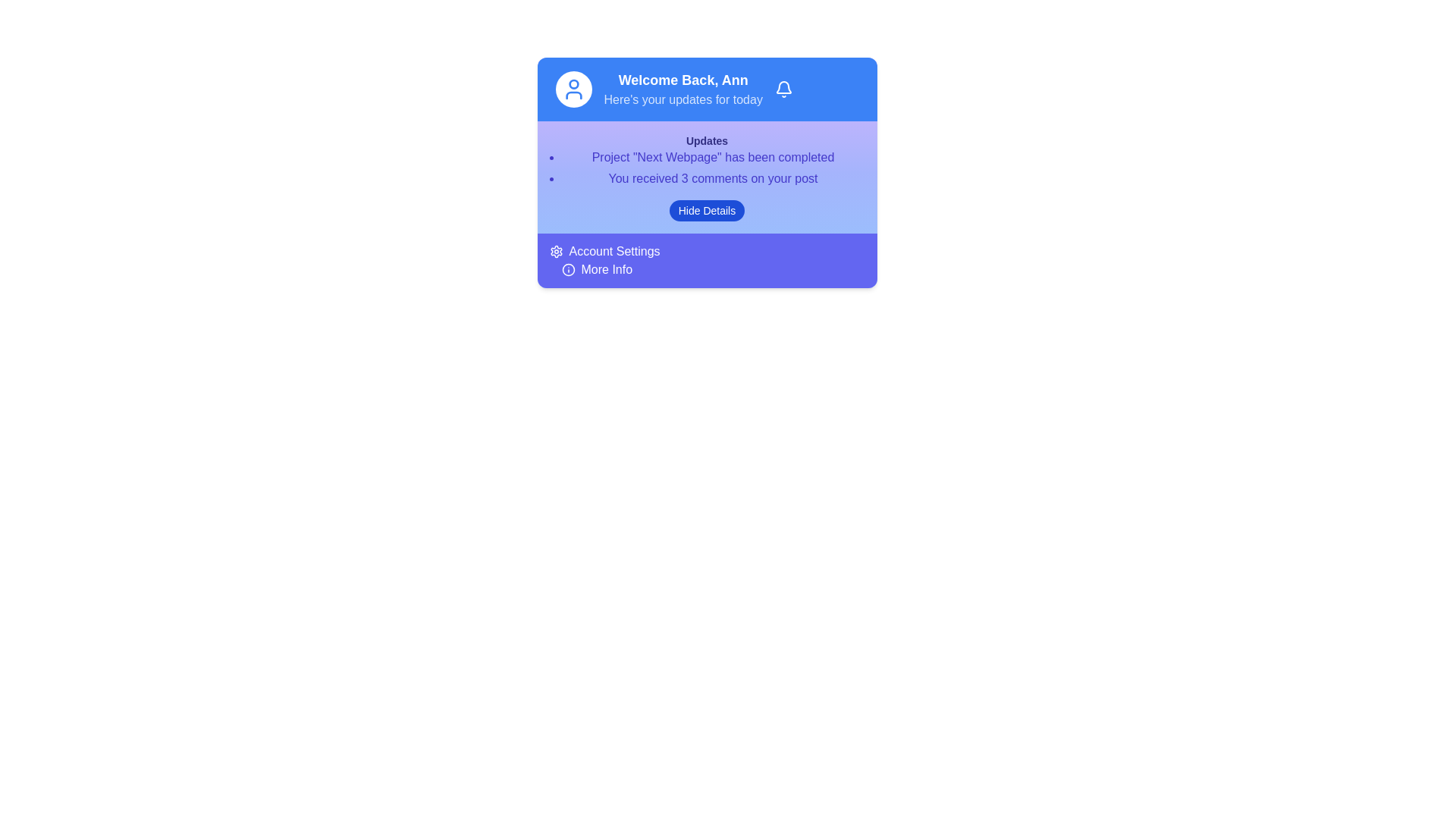 This screenshot has height=819, width=1456. I want to click on information displayed in the Informational Panel with a purple background and the heading 'Updates', which includes two bullet points and a button labeled 'Hide Details', so click(706, 177).